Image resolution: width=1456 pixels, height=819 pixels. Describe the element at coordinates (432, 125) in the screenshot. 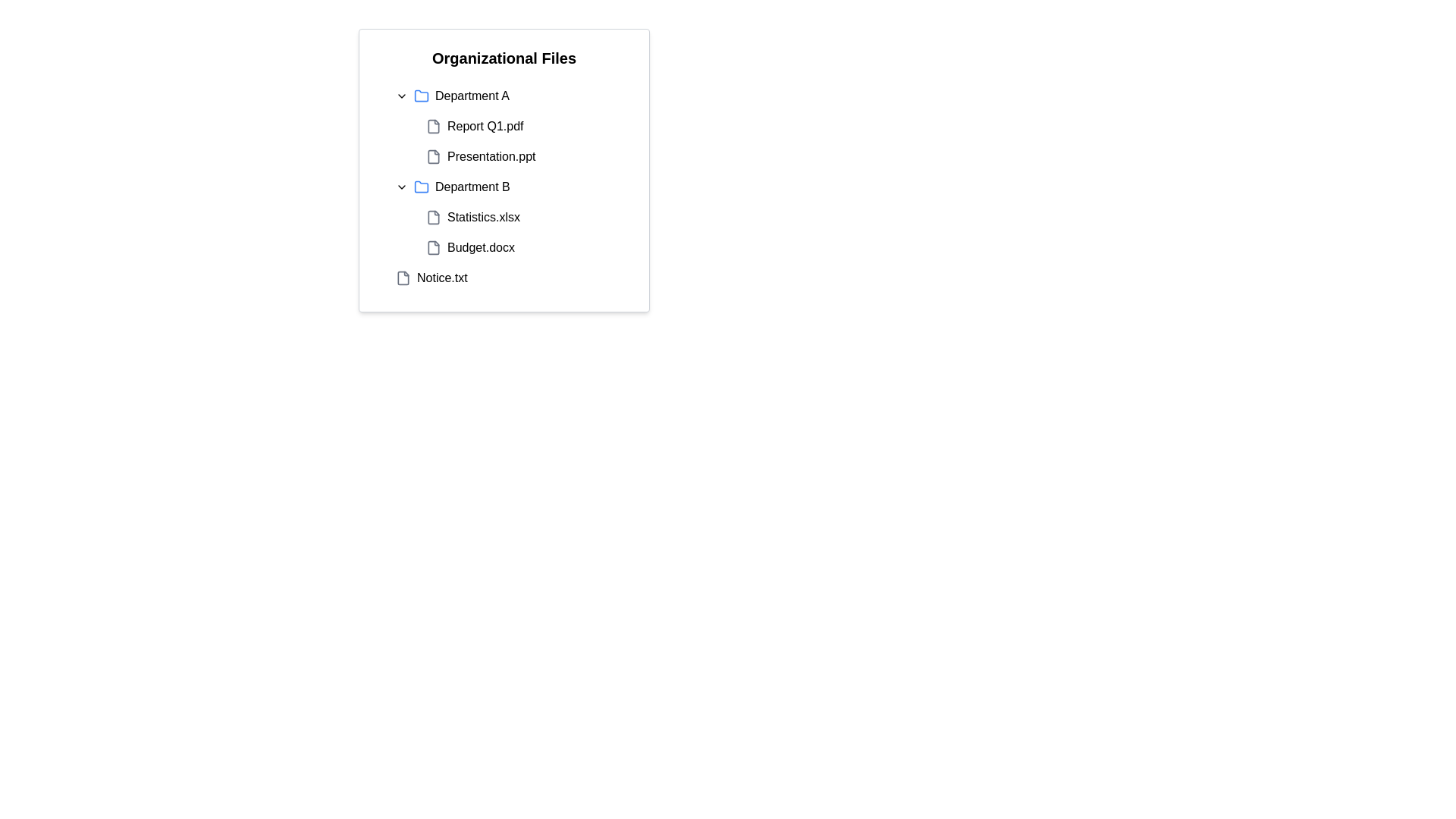

I see `the small gray document file icon located to the left of the text label 'Report Q1.pdf'` at that location.